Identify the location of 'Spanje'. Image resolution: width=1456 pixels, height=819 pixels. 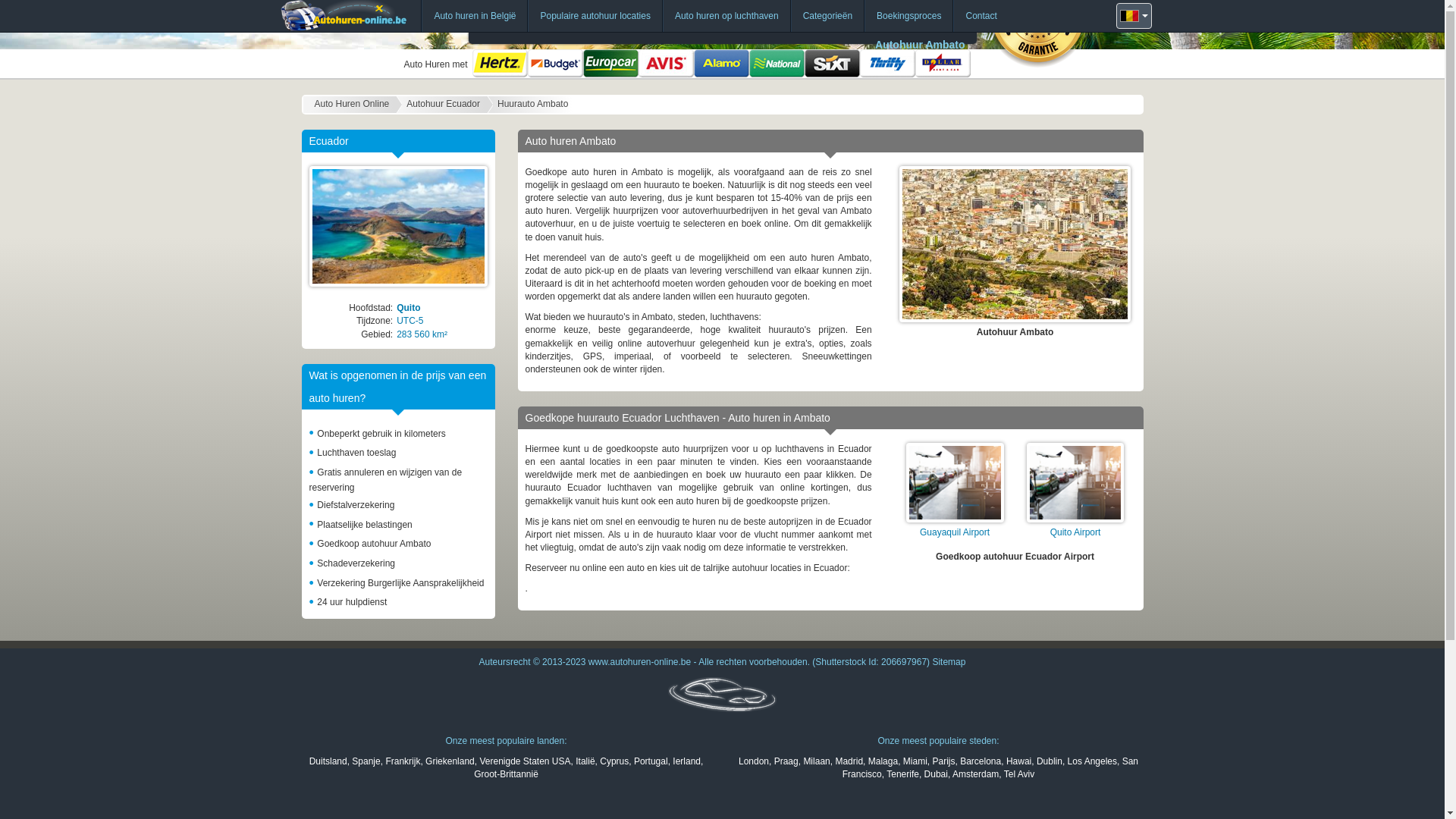
(366, 761).